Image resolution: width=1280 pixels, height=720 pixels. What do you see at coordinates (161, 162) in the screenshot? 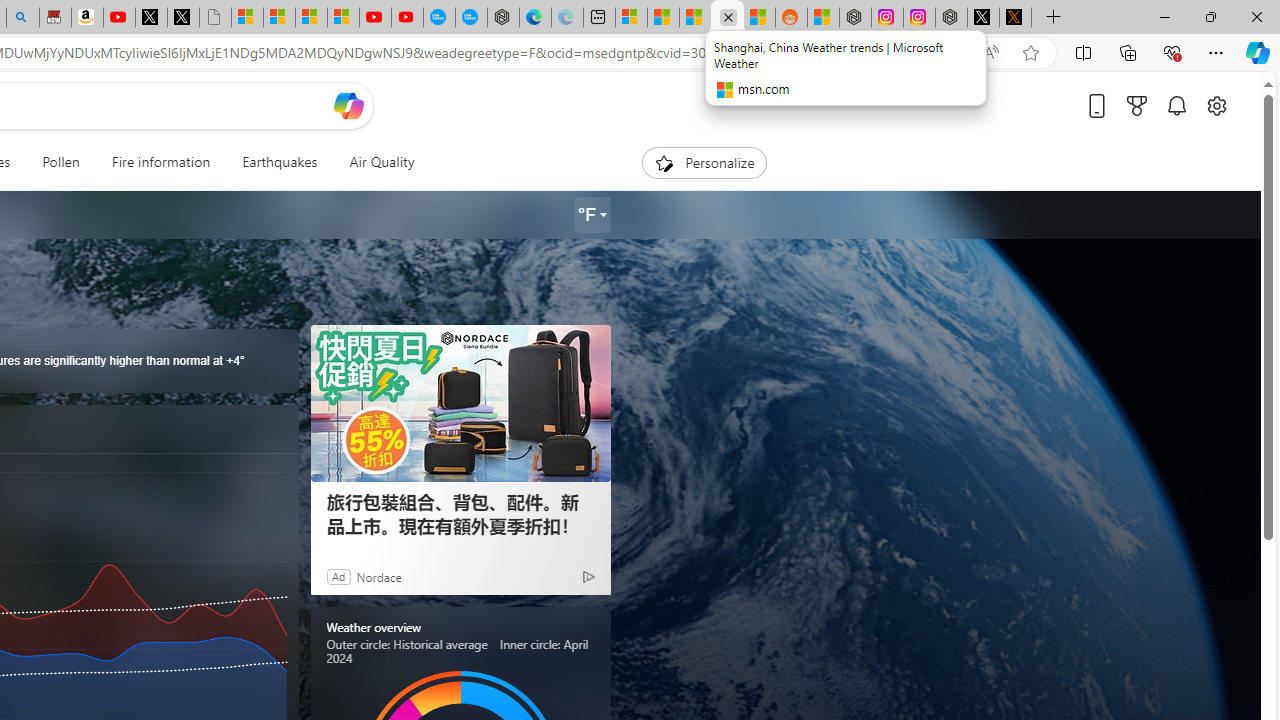
I see `'Fire information'` at bounding box center [161, 162].